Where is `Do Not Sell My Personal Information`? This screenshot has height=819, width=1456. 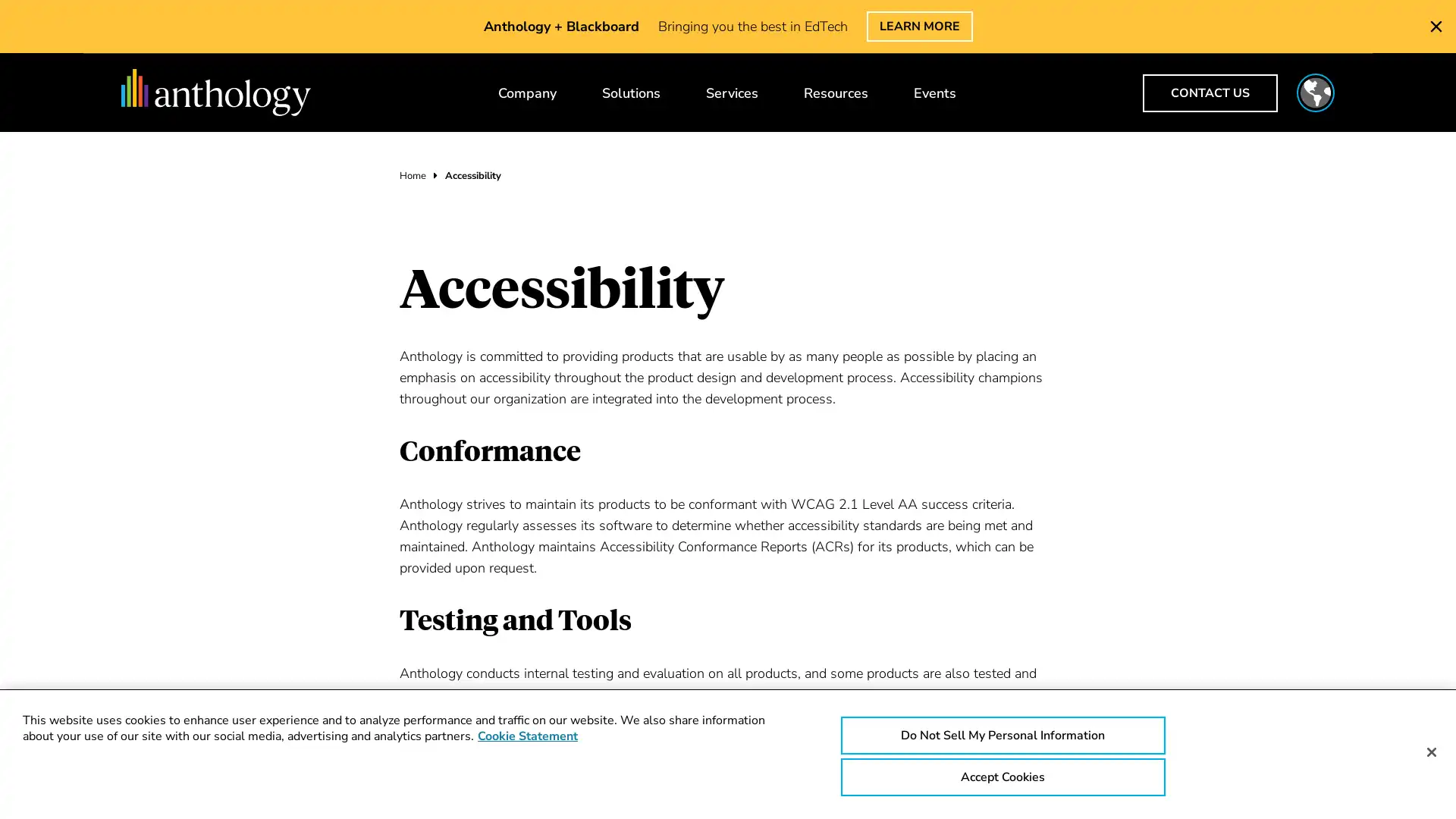 Do Not Sell My Personal Information is located at coordinates (1002, 734).